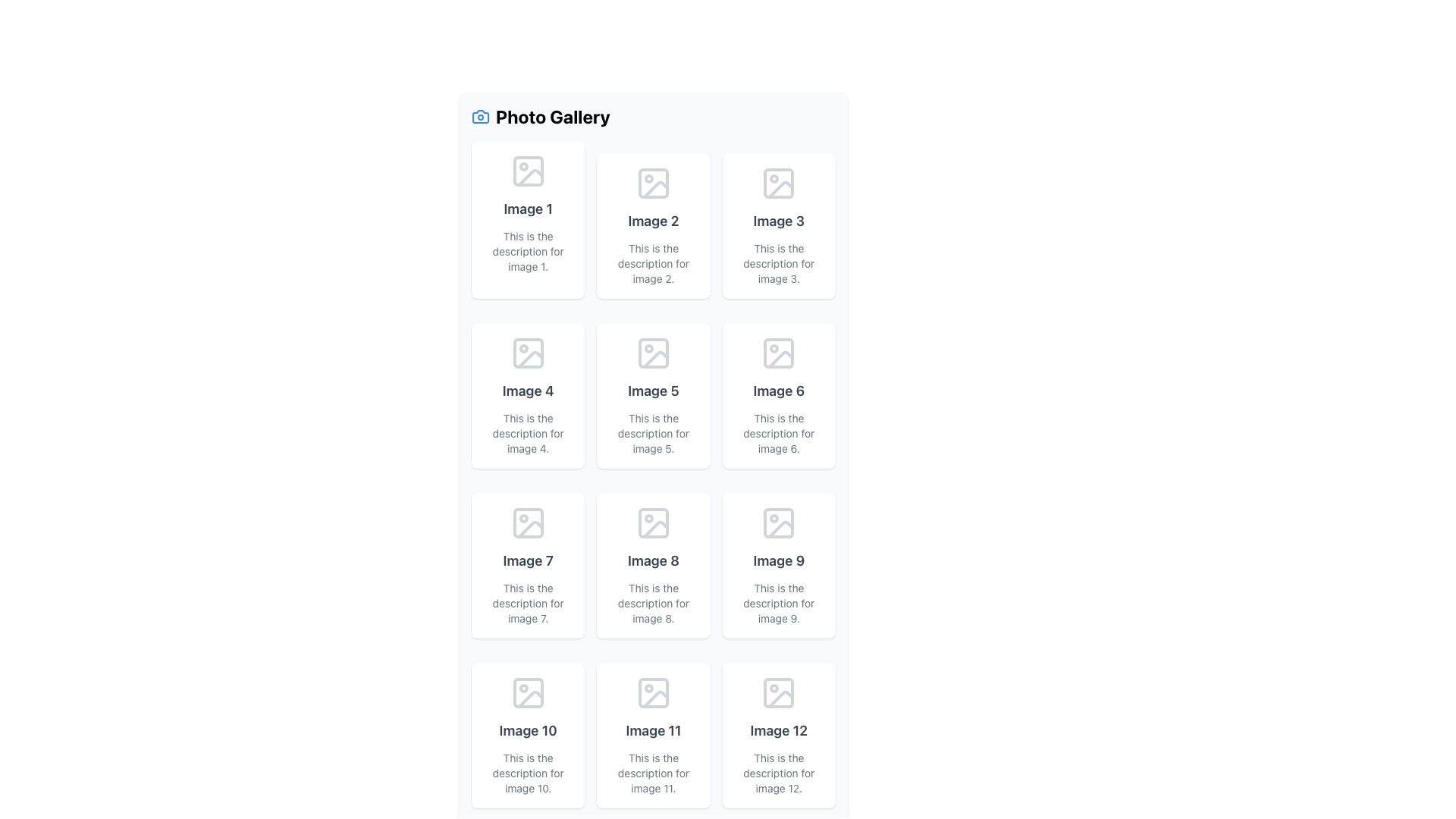 The height and width of the screenshot is (819, 1456). Describe the element at coordinates (779, 225) in the screenshot. I see `the Card element representing an item in the gallery, which is the third tile in the top row` at that location.